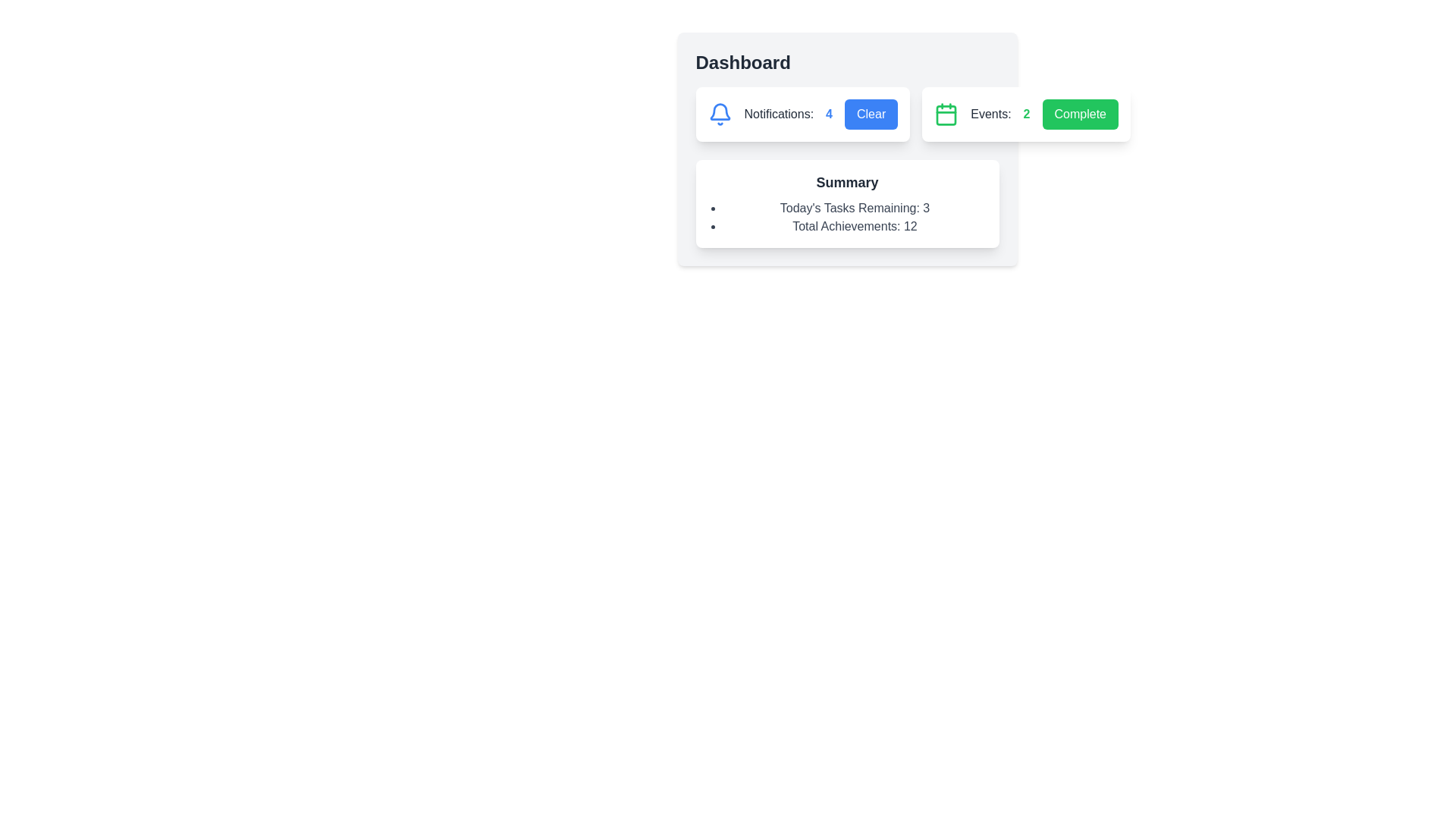  I want to click on the Text label that indicates the event count, positioned centrally between a green calendar icon and the number '2' in green text, so click(990, 113).